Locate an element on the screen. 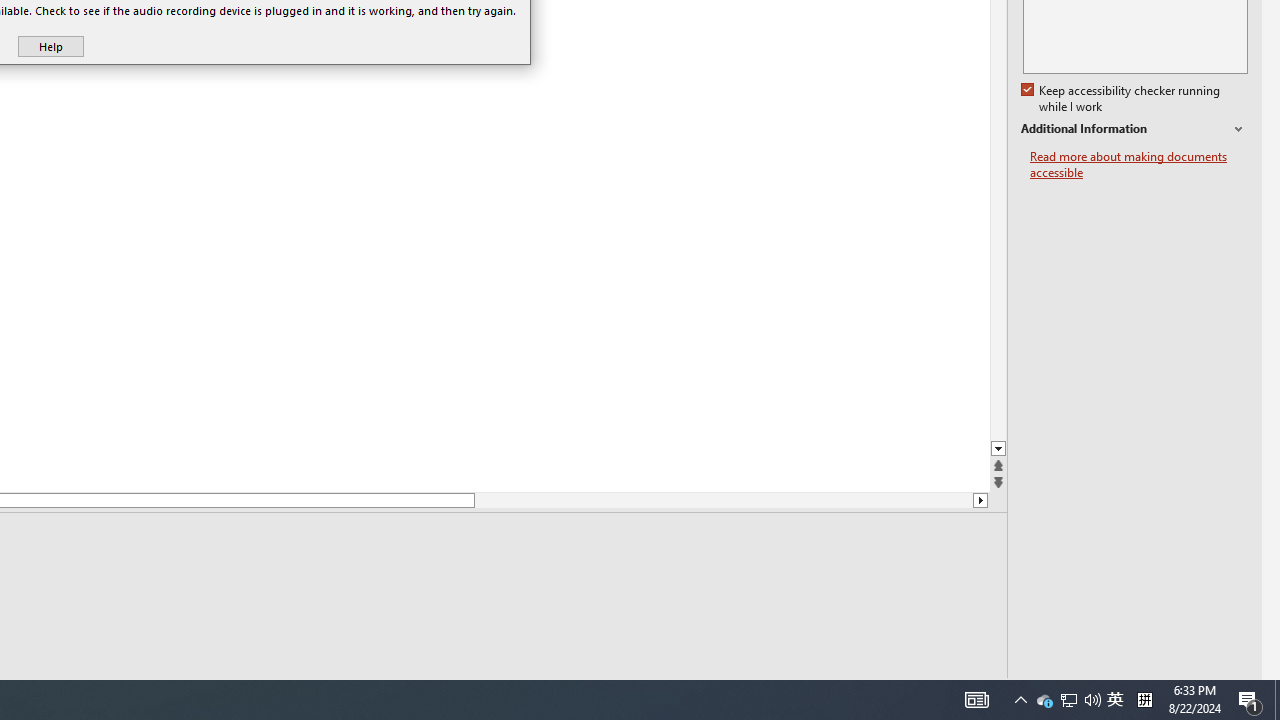  'Read more about making documents accessible' is located at coordinates (1139, 163).